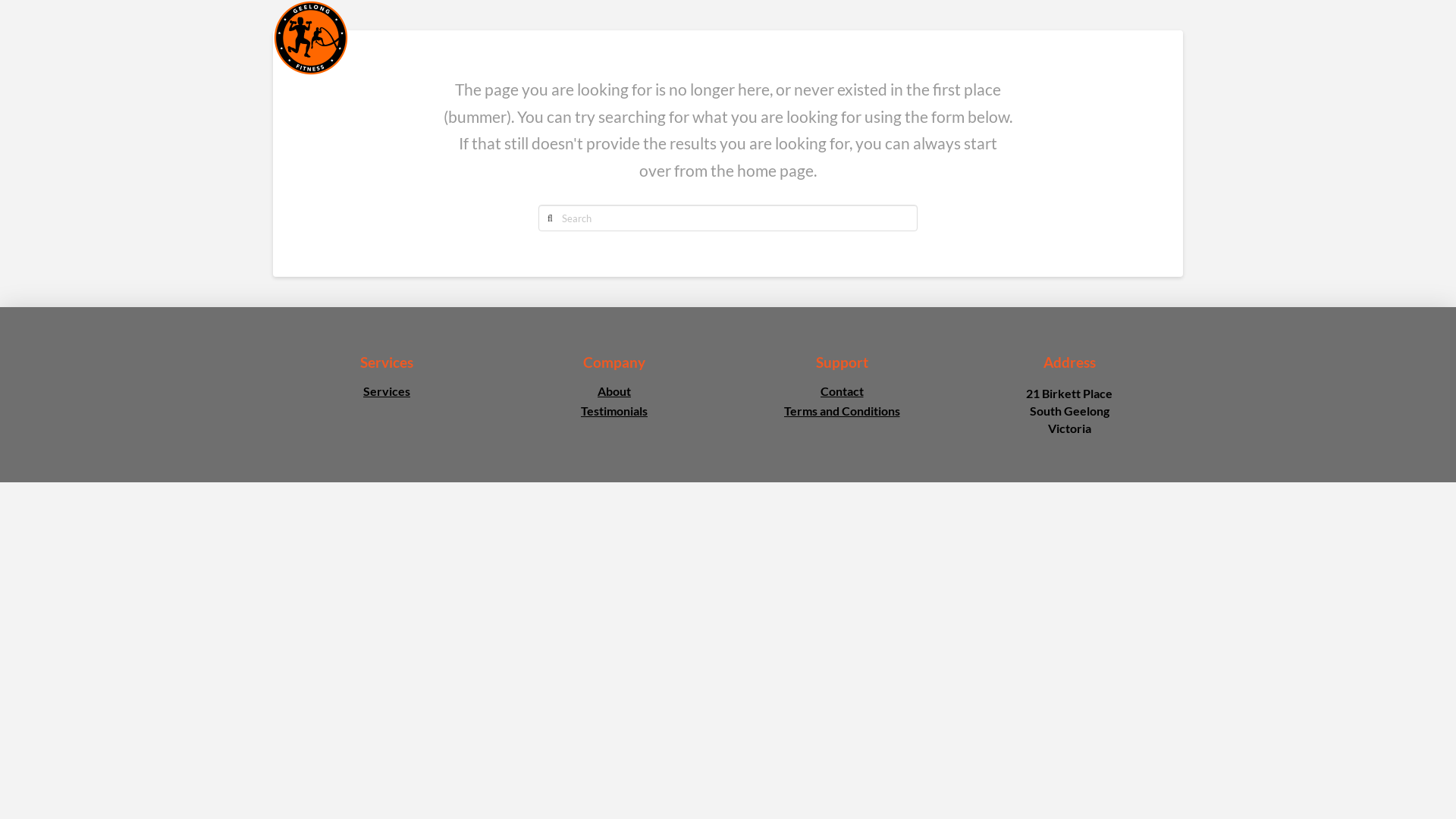 The height and width of the screenshot is (819, 1456). Describe the element at coordinates (792, 37) in the screenshot. I see `'TIMETABLE'` at that location.